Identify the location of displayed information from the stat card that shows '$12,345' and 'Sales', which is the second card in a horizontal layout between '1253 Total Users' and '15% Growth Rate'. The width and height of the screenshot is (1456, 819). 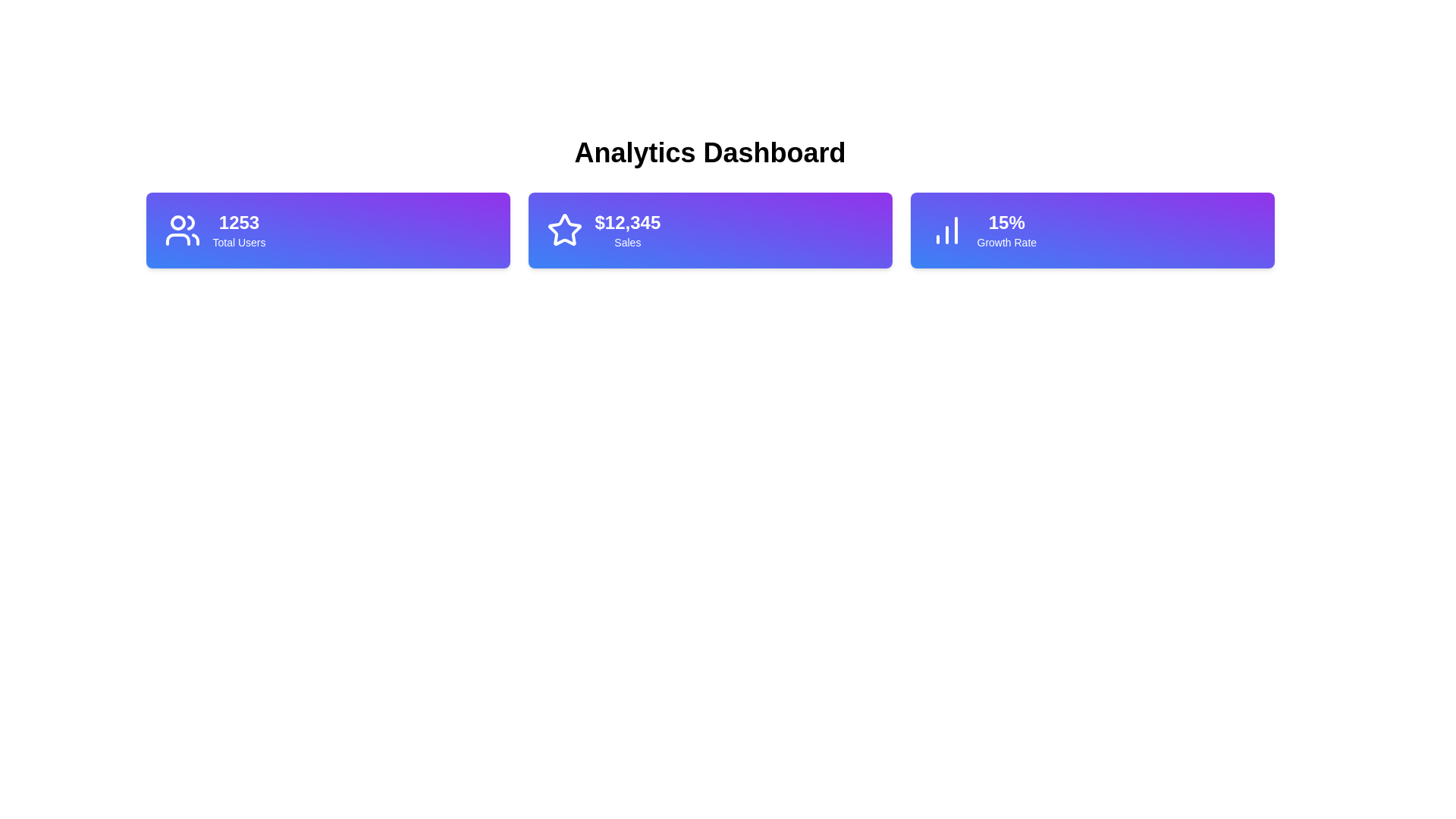
(709, 231).